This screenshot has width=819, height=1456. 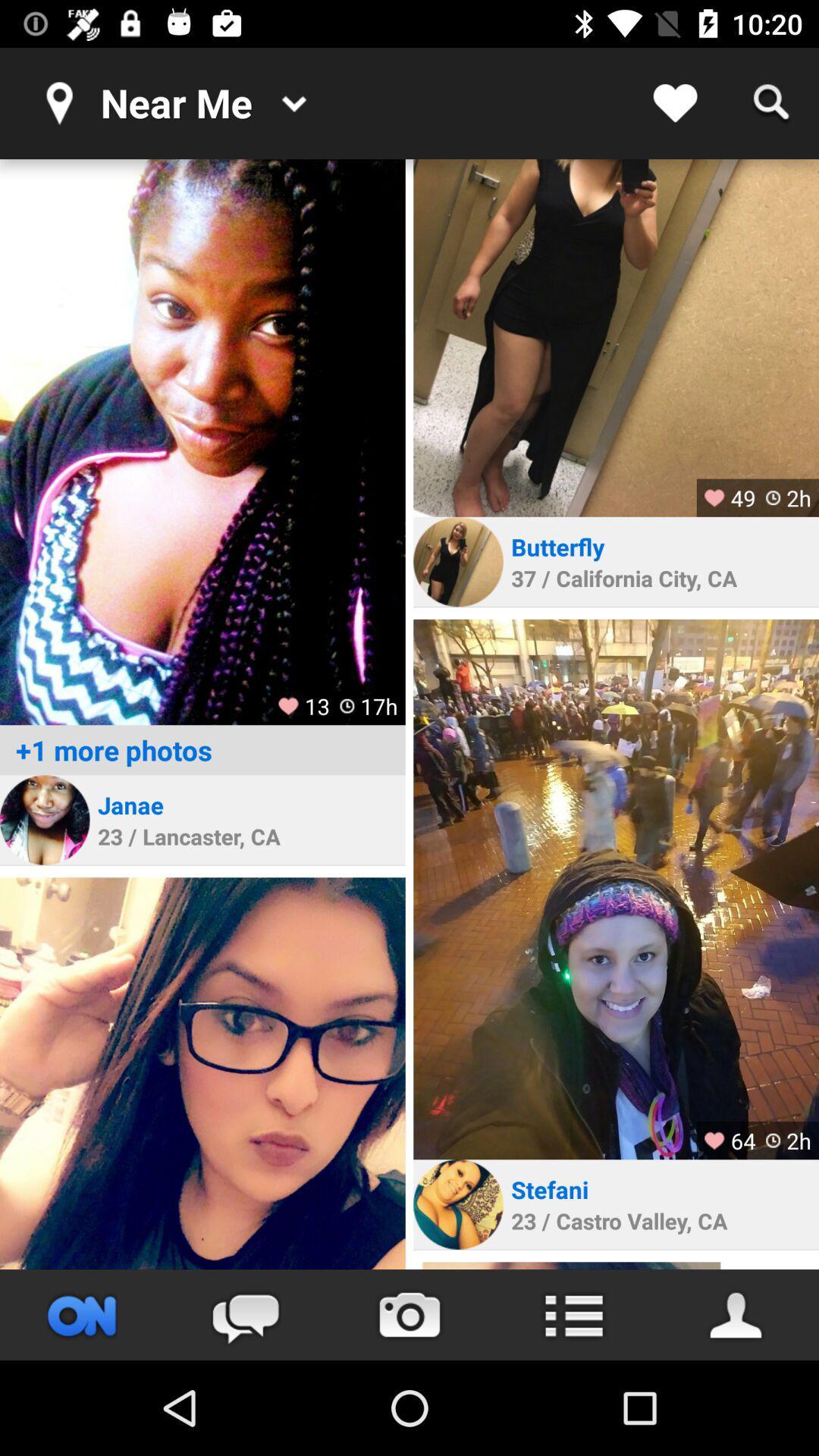 What do you see at coordinates (202, 1072) in the screenshot?
I see `social network self` at bounding box center [202, 1072].